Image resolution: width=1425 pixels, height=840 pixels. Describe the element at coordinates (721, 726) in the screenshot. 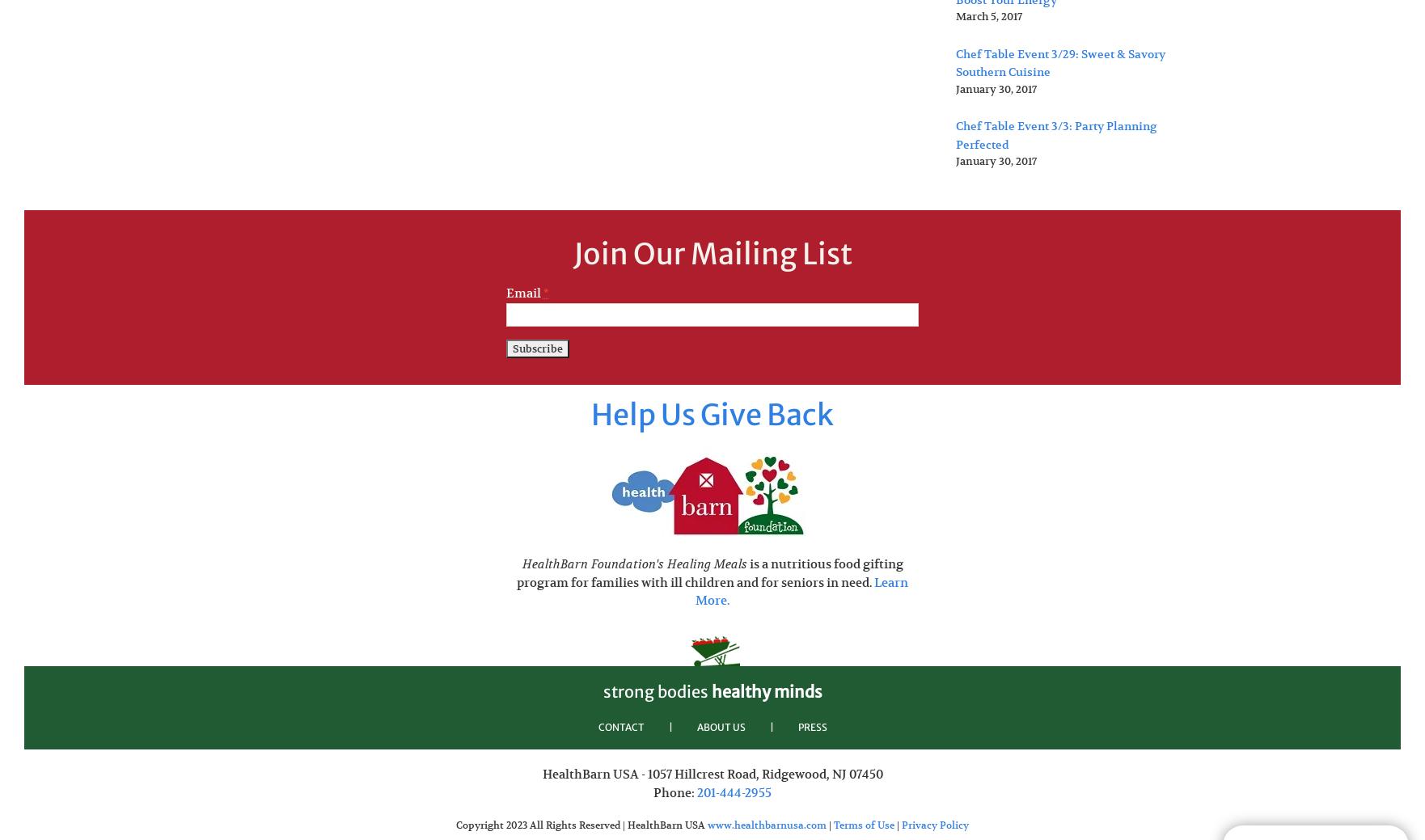

I see `'ABOUT US'` at that location.